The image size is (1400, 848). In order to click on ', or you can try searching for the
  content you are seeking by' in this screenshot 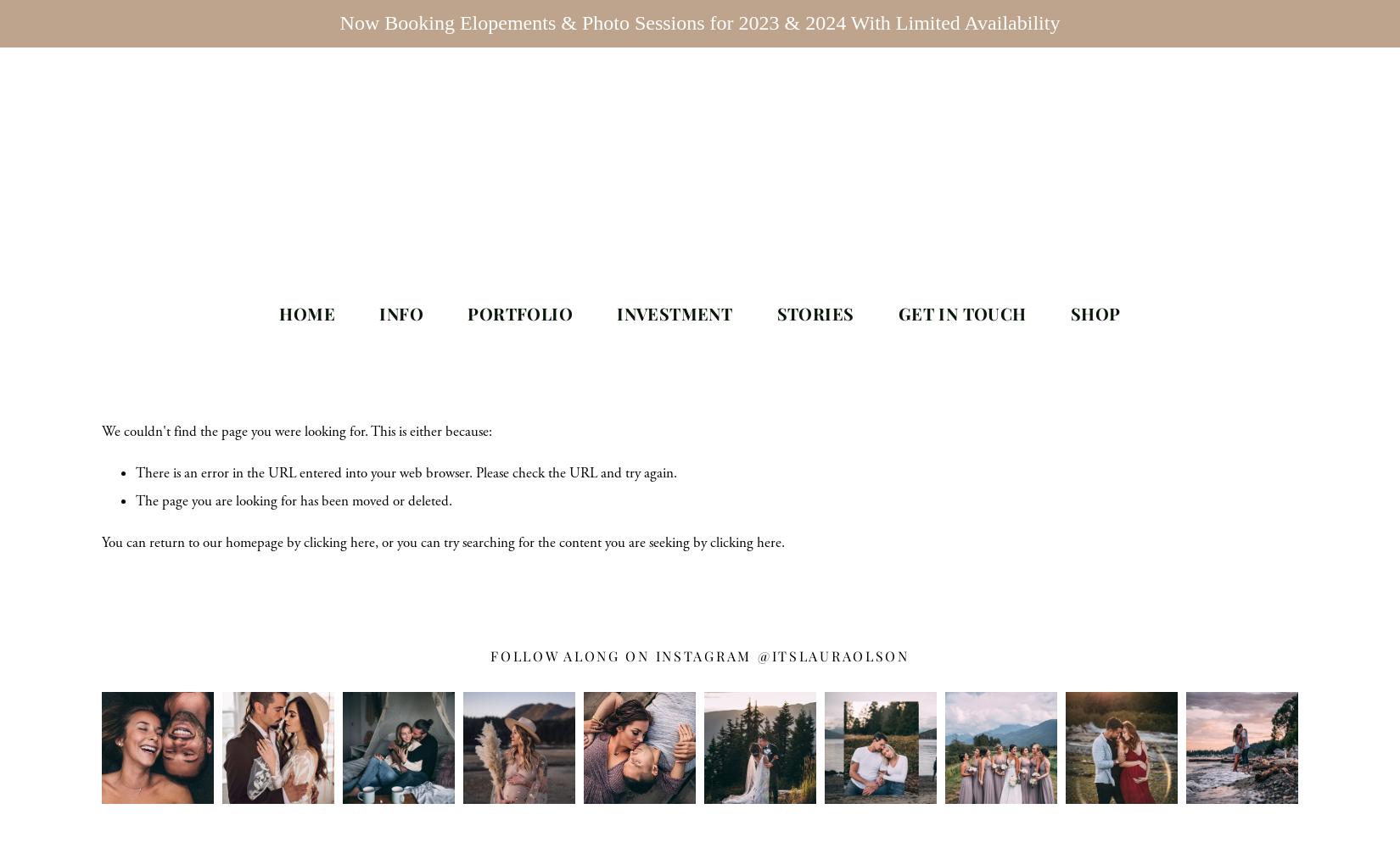, I will do `click(541, 542)`.